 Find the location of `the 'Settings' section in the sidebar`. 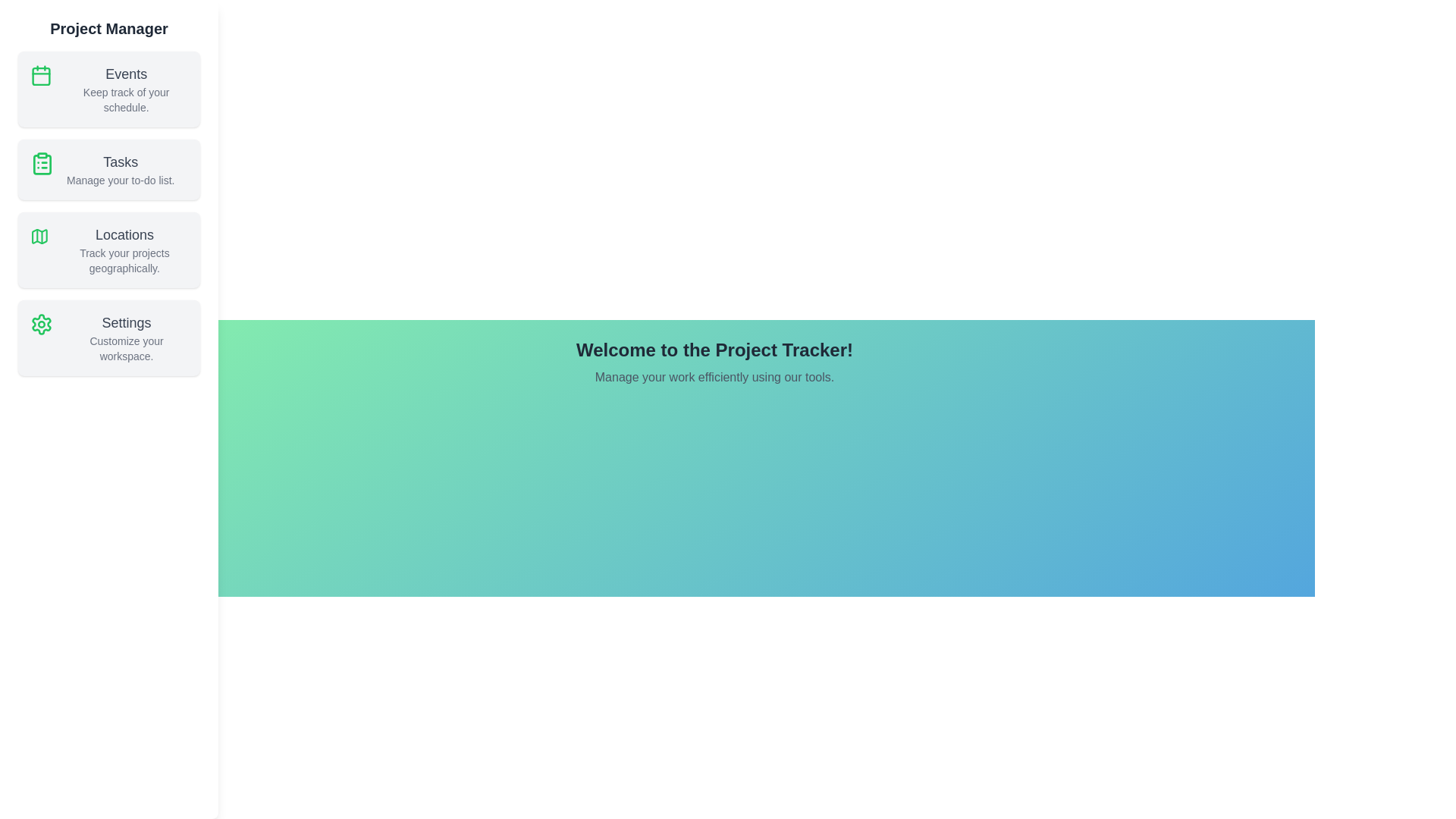

the 'Settings' section in the sidebar is located at coordinates (108, 337).